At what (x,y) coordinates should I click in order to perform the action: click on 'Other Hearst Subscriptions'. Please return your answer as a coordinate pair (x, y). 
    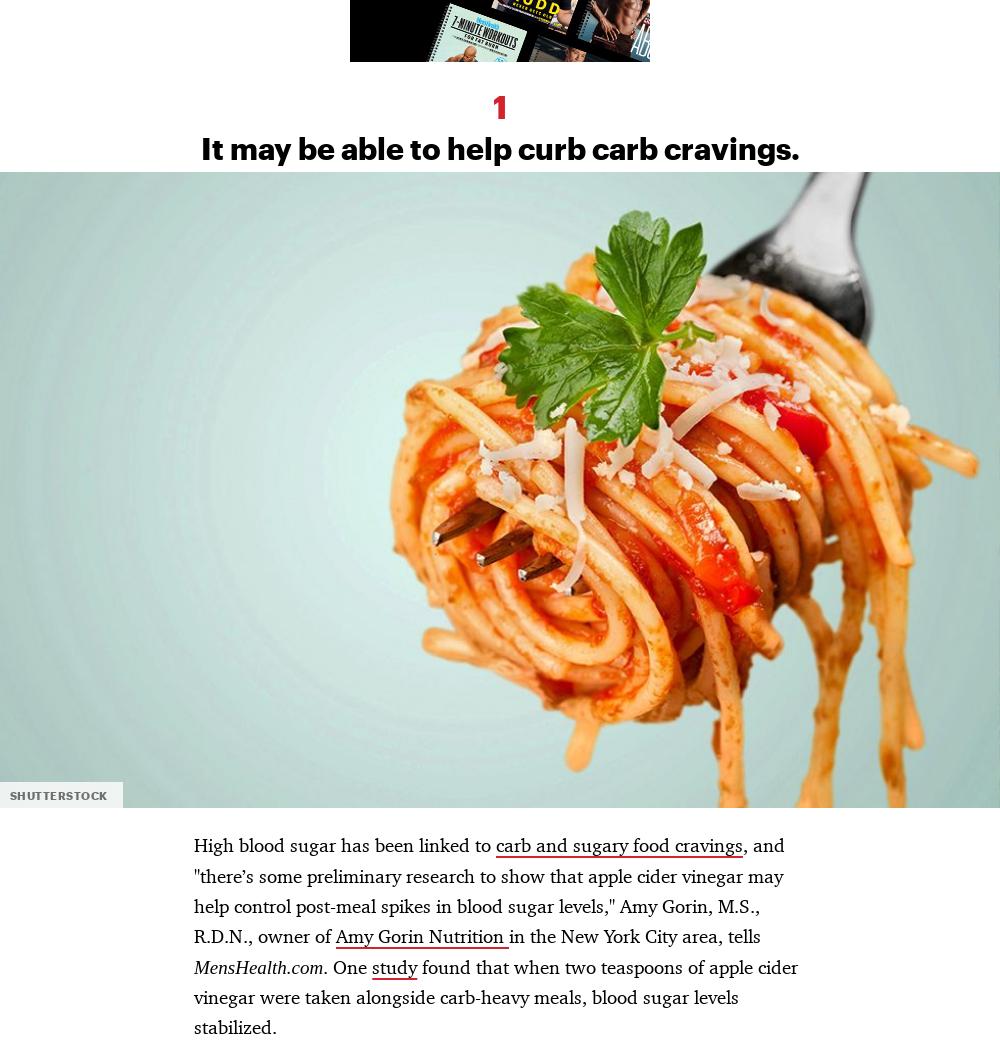
    Looking at the image, I should click on (132, 247).